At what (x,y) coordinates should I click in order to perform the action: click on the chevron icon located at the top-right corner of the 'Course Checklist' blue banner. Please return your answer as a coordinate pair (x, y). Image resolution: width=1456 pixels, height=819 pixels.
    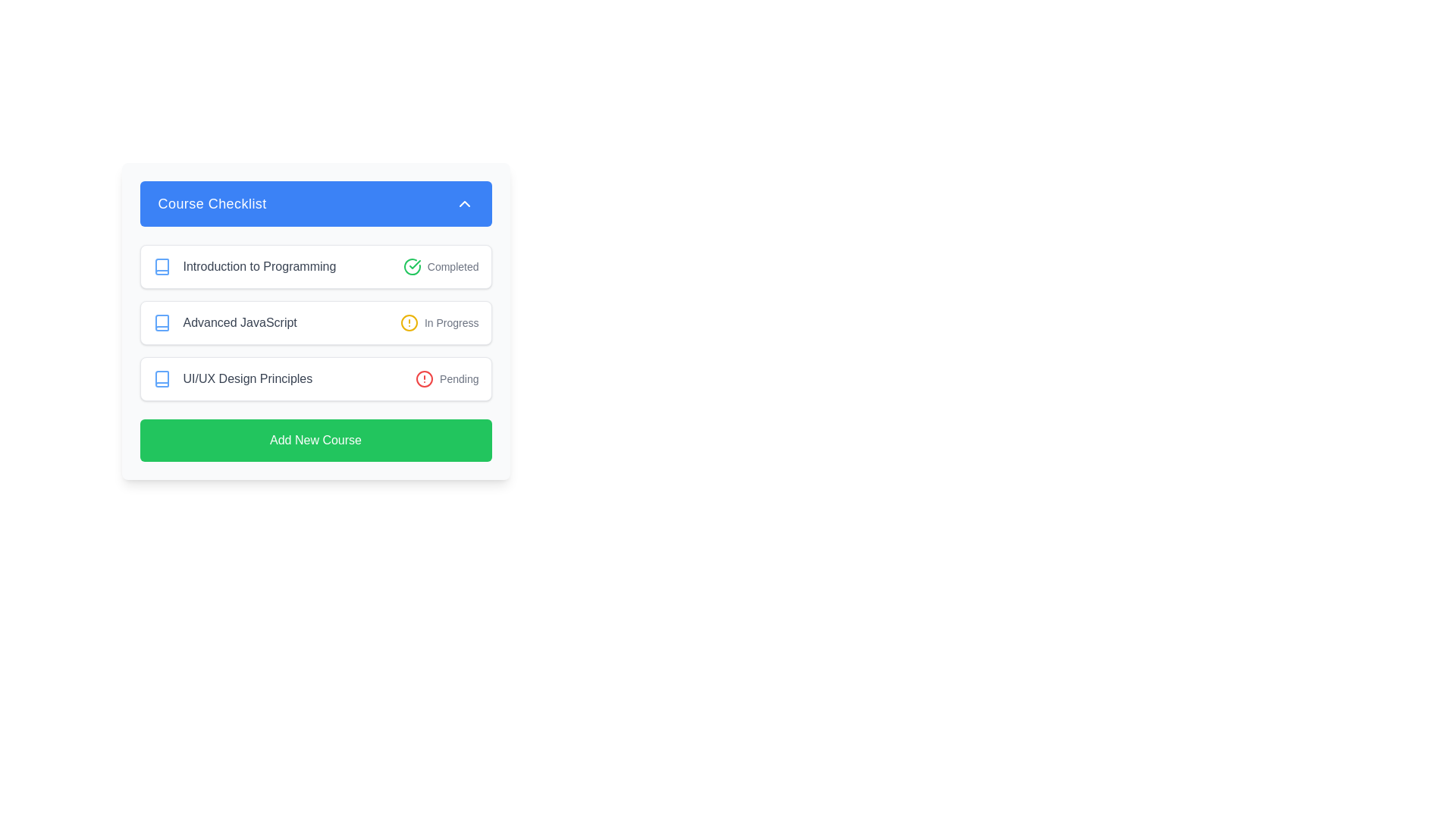
    Looking at the image, I should click on (463, 203).